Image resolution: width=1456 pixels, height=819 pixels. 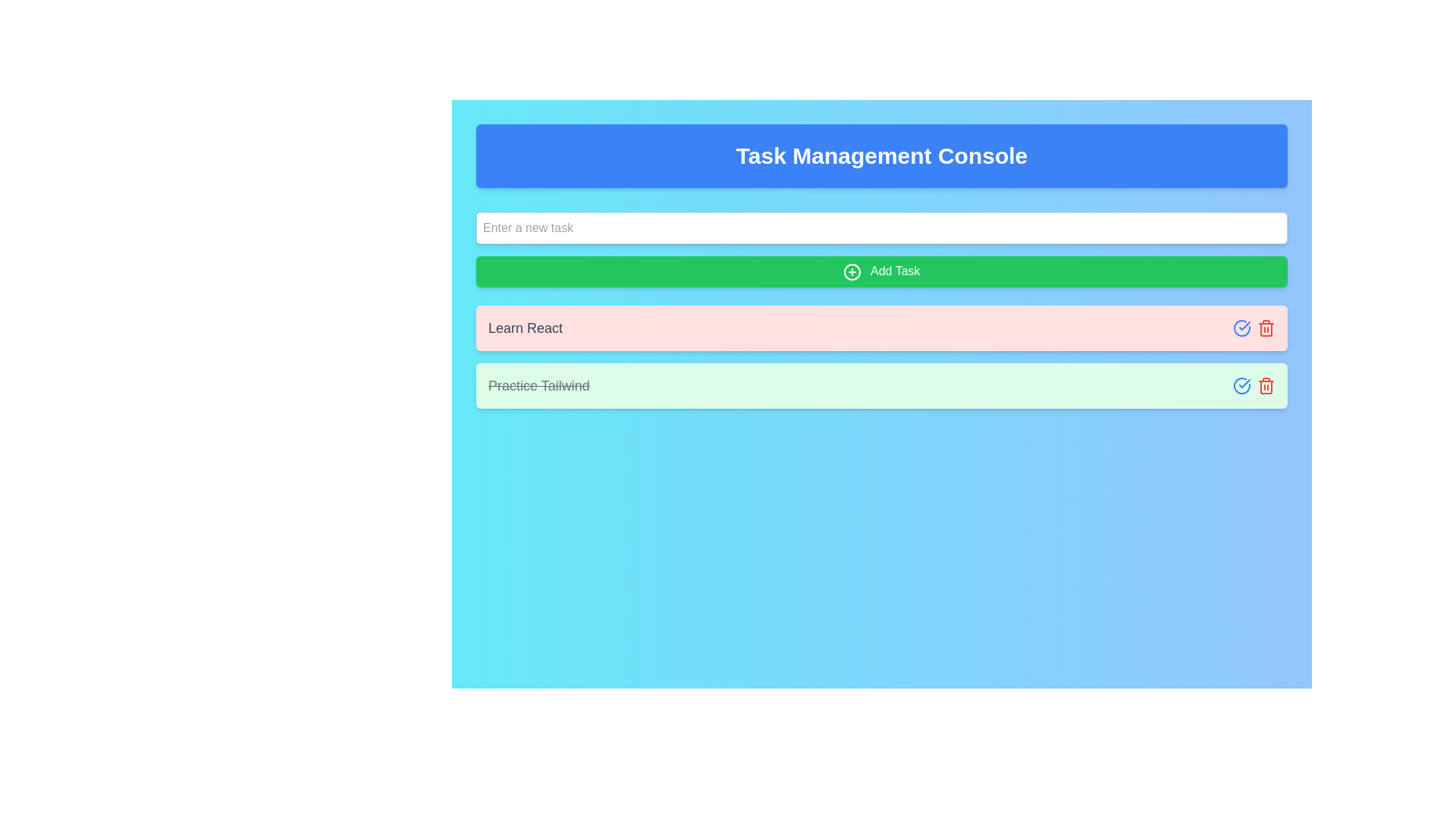 What do you see at coordinates (1241, 327) in the screenshot?
I see `the confirmation icon located in the rightmost area of the second row in the interactive task table` at bounding box center [1241, 327].